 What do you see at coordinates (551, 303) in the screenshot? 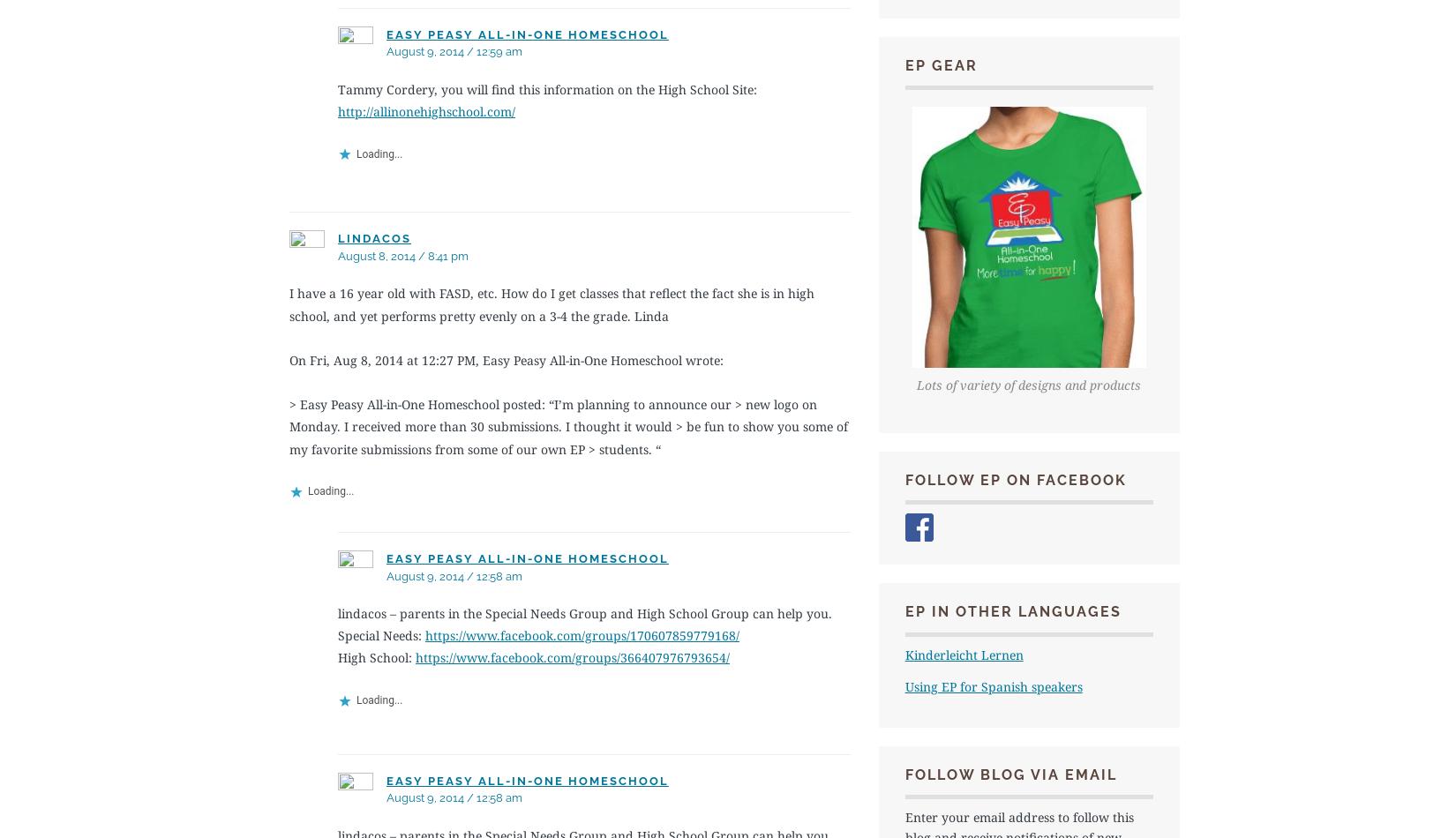
I see `'I have a 16 year old with FASD, etc. How do I get classes that reflect the fact she is in high school, and yet performs pretty evenly on a 3-4 the grade. Linda'` at bounding box center [551, 303].